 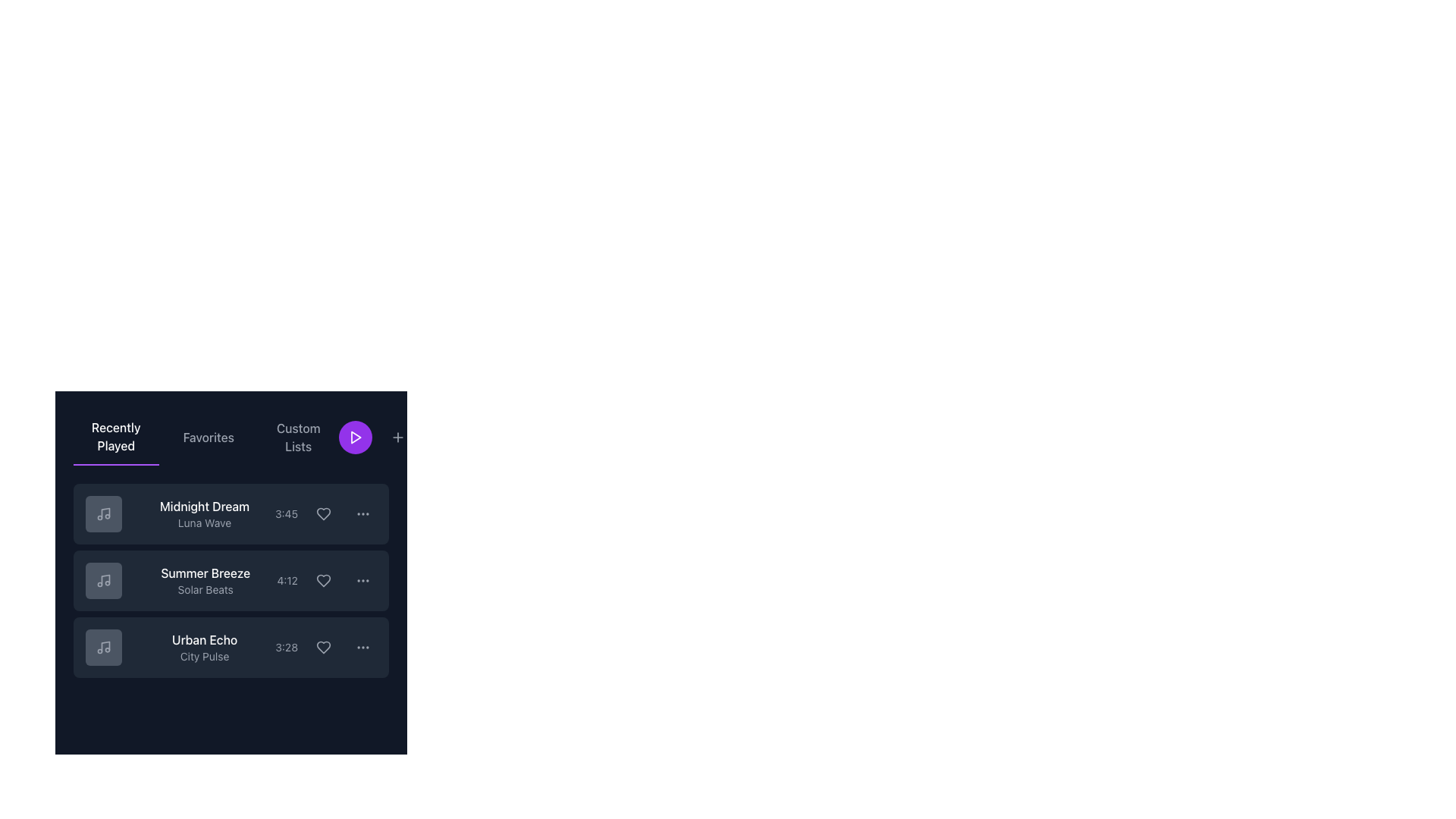 I want to click on the third item in the vertically stacked list of entries, which serves as a label or title for a playlist item, so click(x=204, y=647).